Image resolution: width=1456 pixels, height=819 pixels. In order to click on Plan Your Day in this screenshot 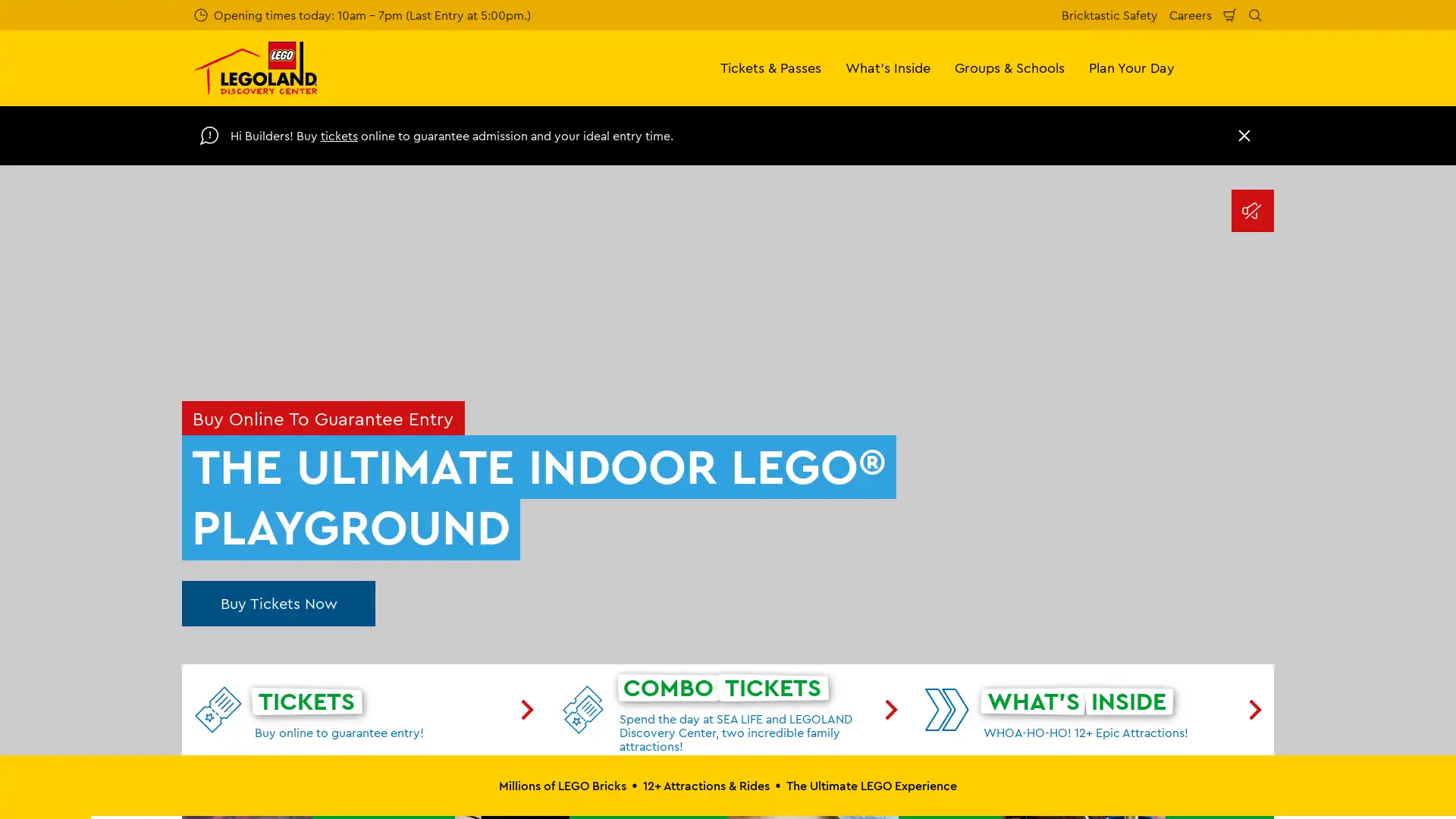, I will do `click(1131, 67)`.